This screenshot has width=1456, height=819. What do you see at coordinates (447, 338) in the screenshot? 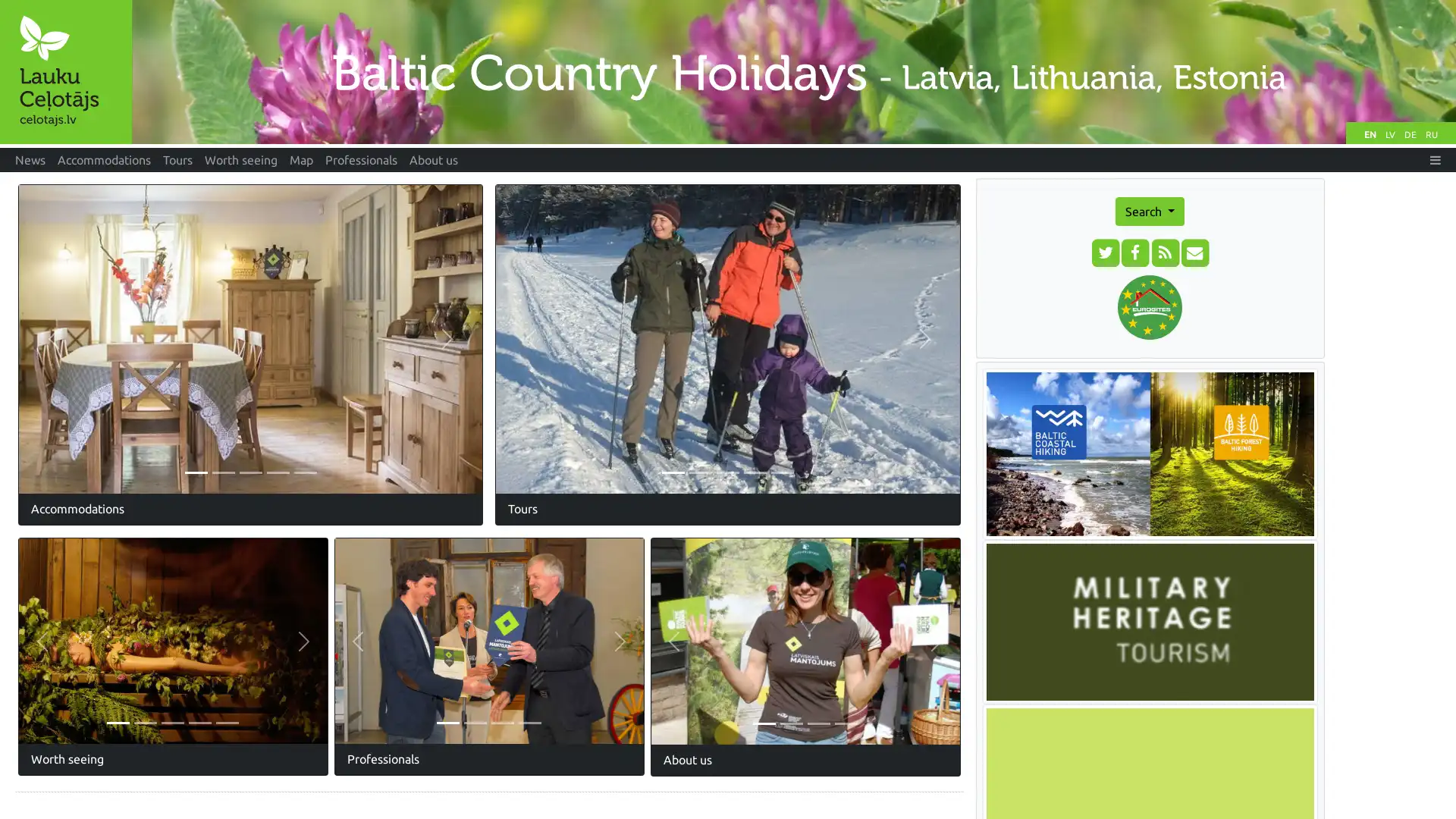
I see `Next` at bounding box center [447, 338].